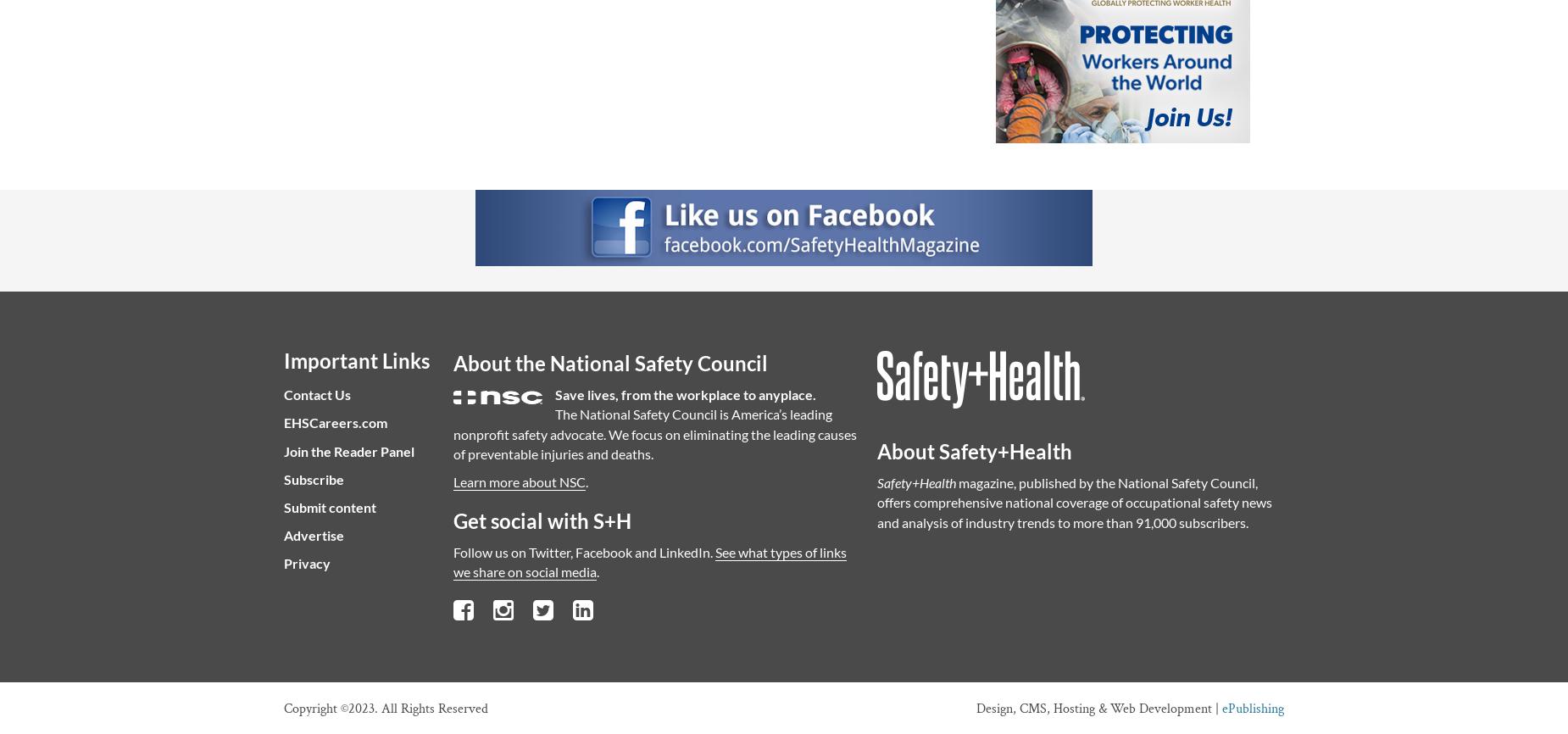  What do you see at coordinates (348, 450) in the screenshot?
I see `'Join the Reader Panel'` at bounding box center [348, 450].